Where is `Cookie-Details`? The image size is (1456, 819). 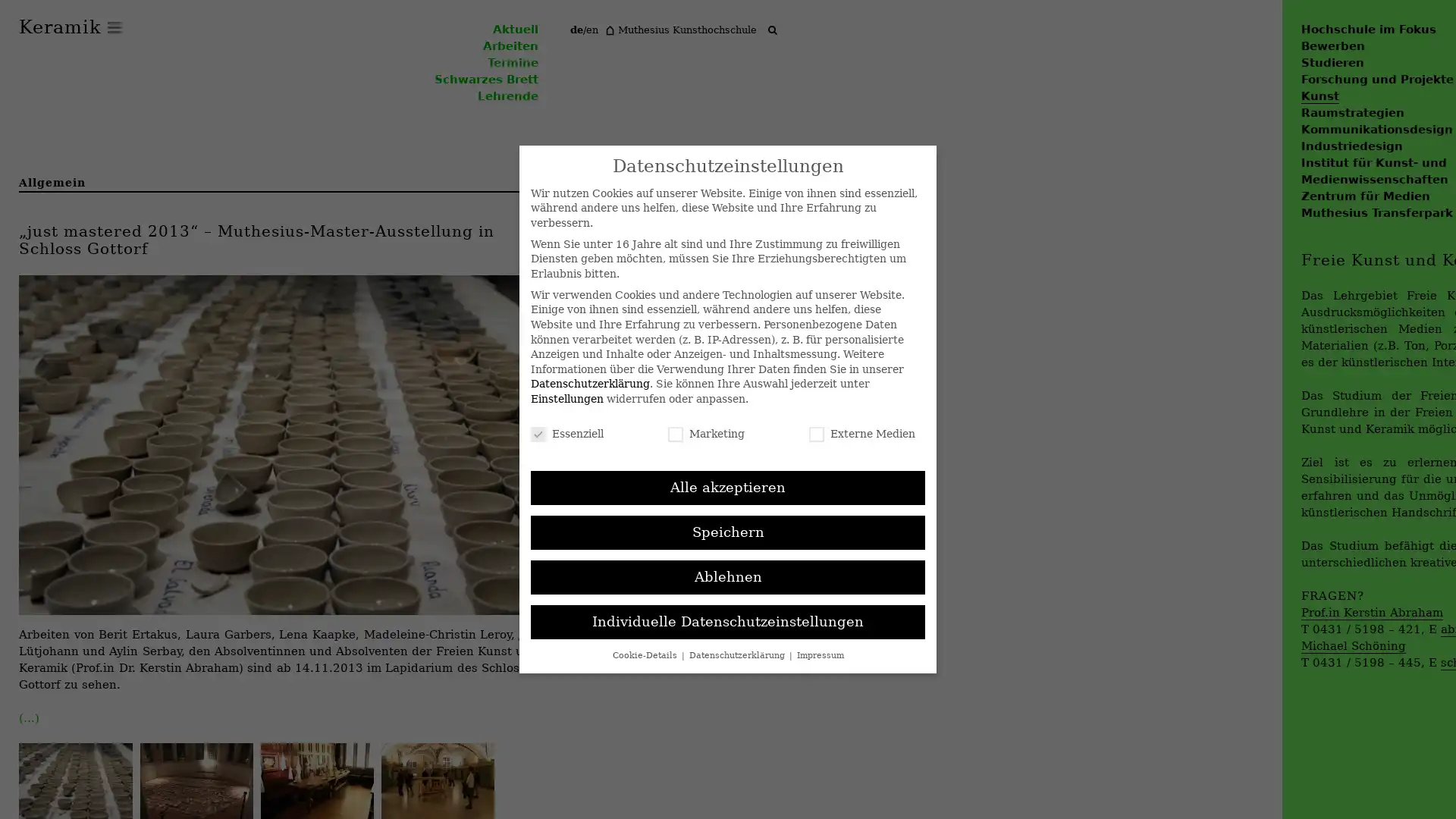 Cookie-Details is located at coordinates (645, 654).